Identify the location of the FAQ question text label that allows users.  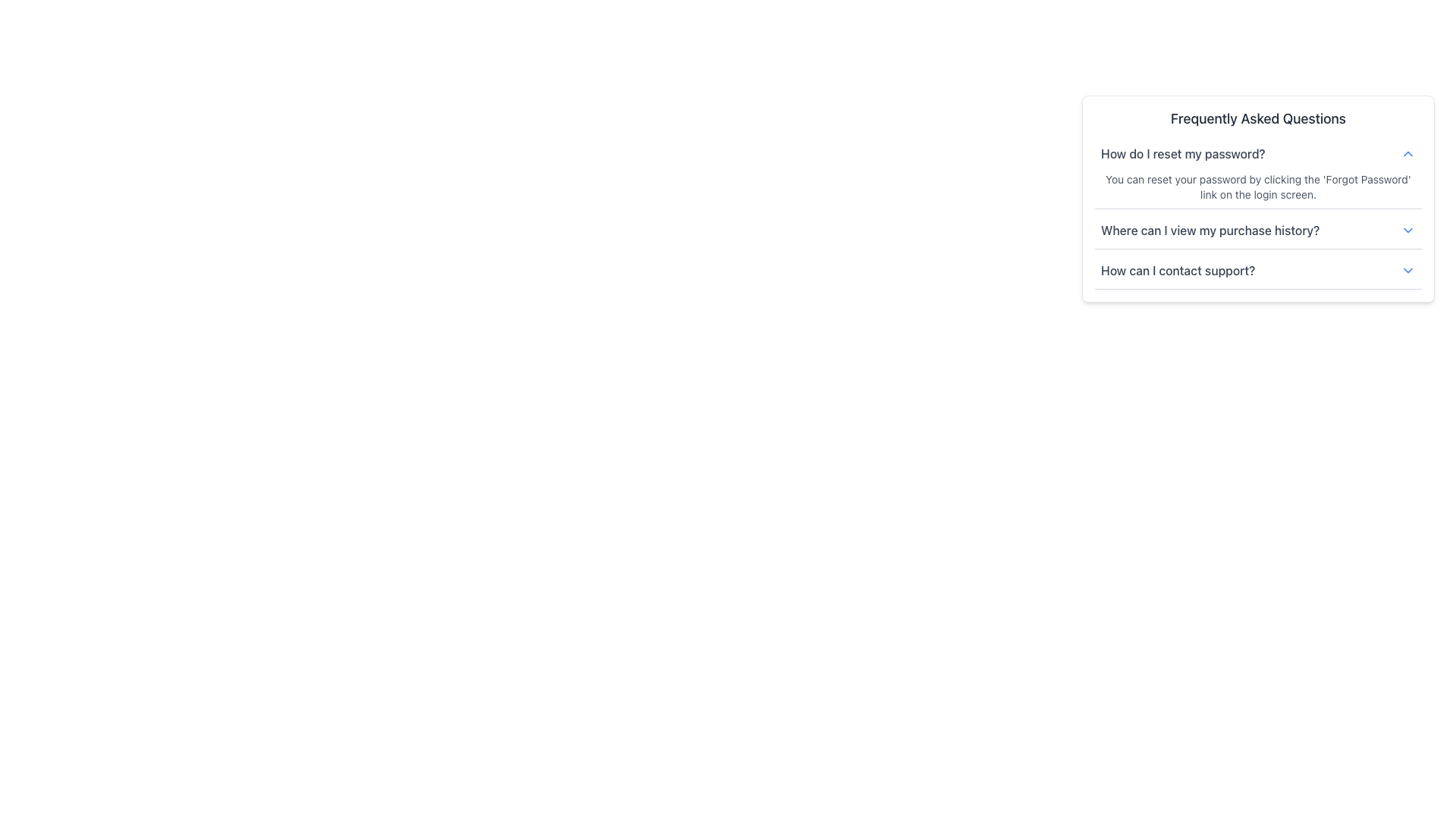
(1210, 231).